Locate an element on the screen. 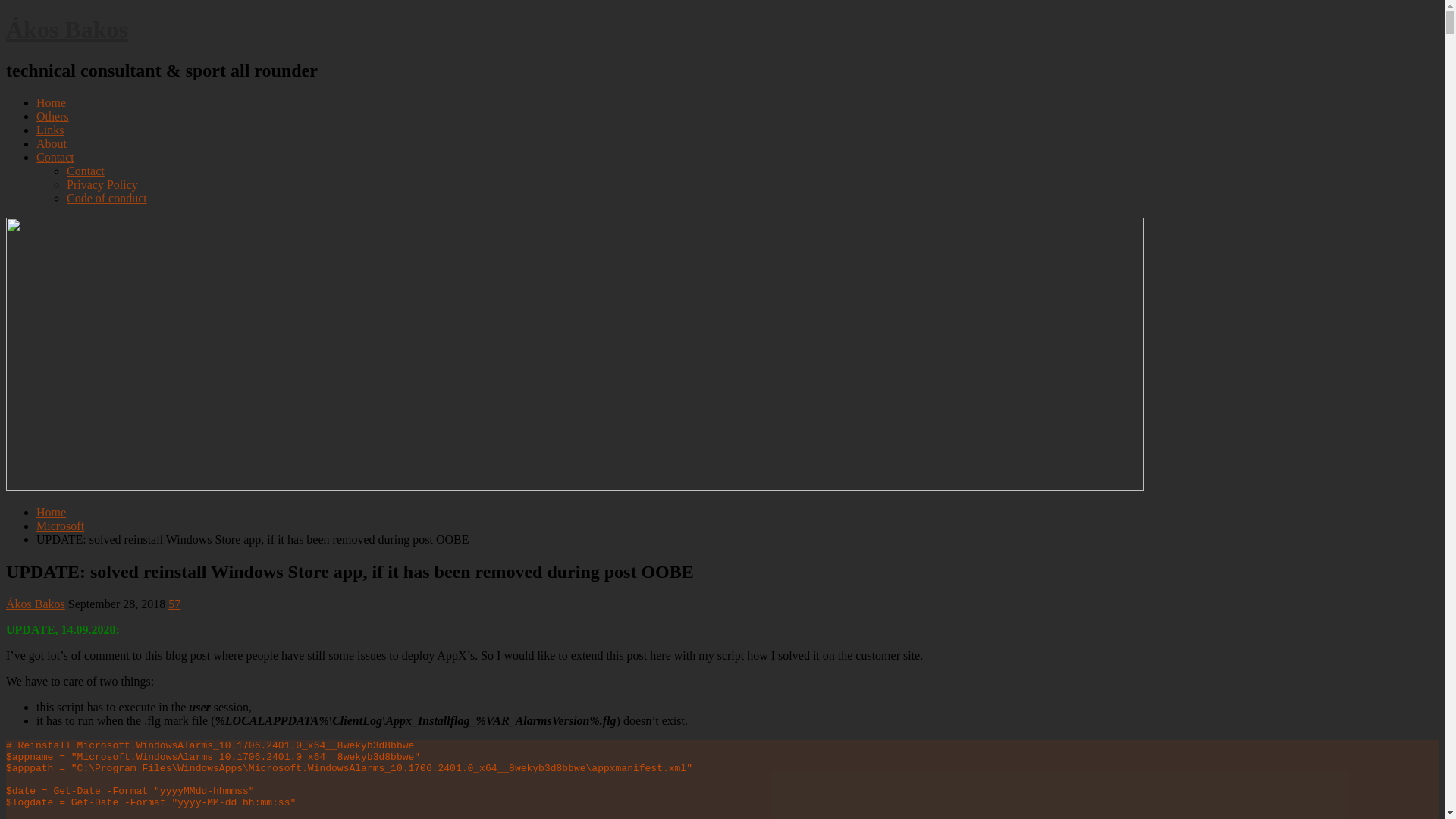 The width and height of the screenshot is (1456, 819). 'Privacy Policy' is located at coordinates (101, 184).